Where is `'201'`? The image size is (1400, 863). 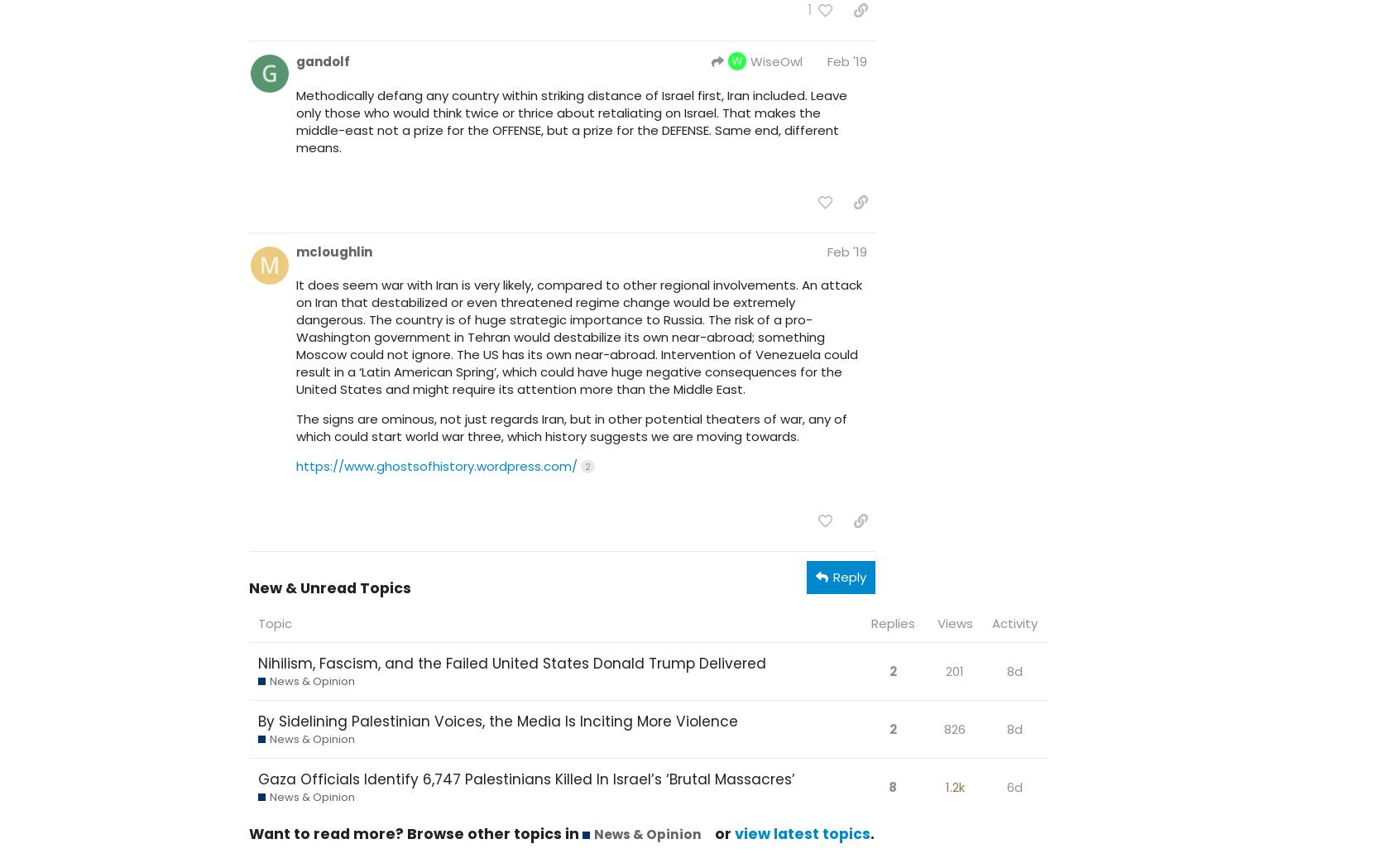
'201' is located at coordinates (953, 670).